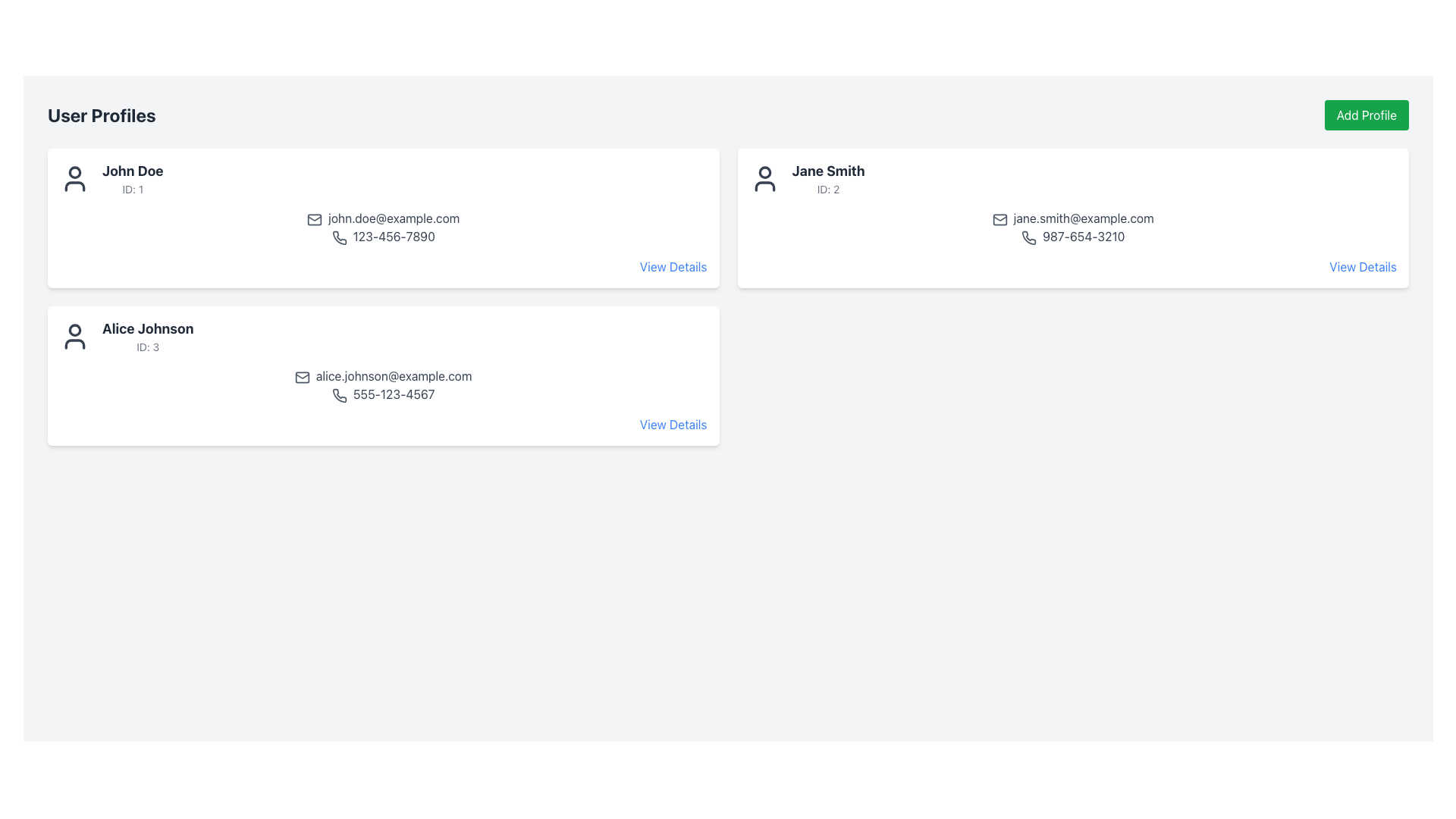 This screenshot has height=819, width=1456. Describe the element at coordinates (74, 335) in the screenshot. I see `the user profile avatar icon located at the upper-left corner of Alice Johnson's profile card` at that location.